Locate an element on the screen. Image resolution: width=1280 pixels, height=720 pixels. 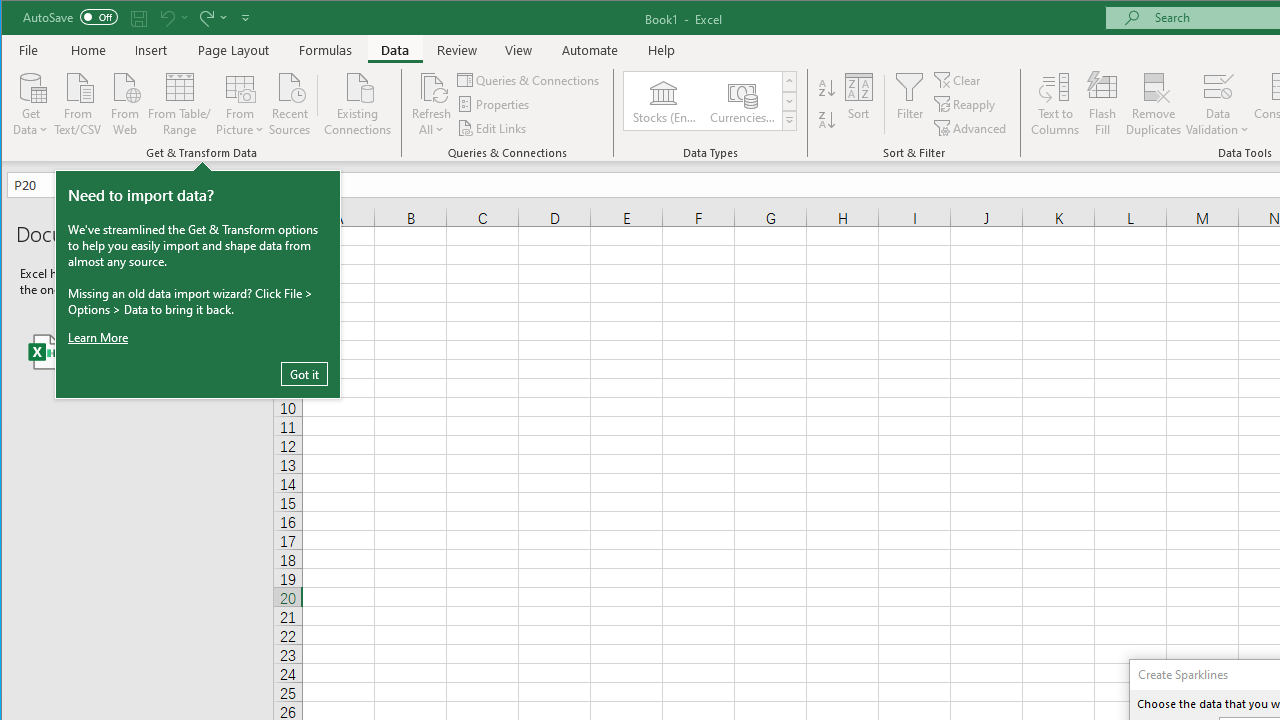
'Properties' is located at coordinates (495, 104).